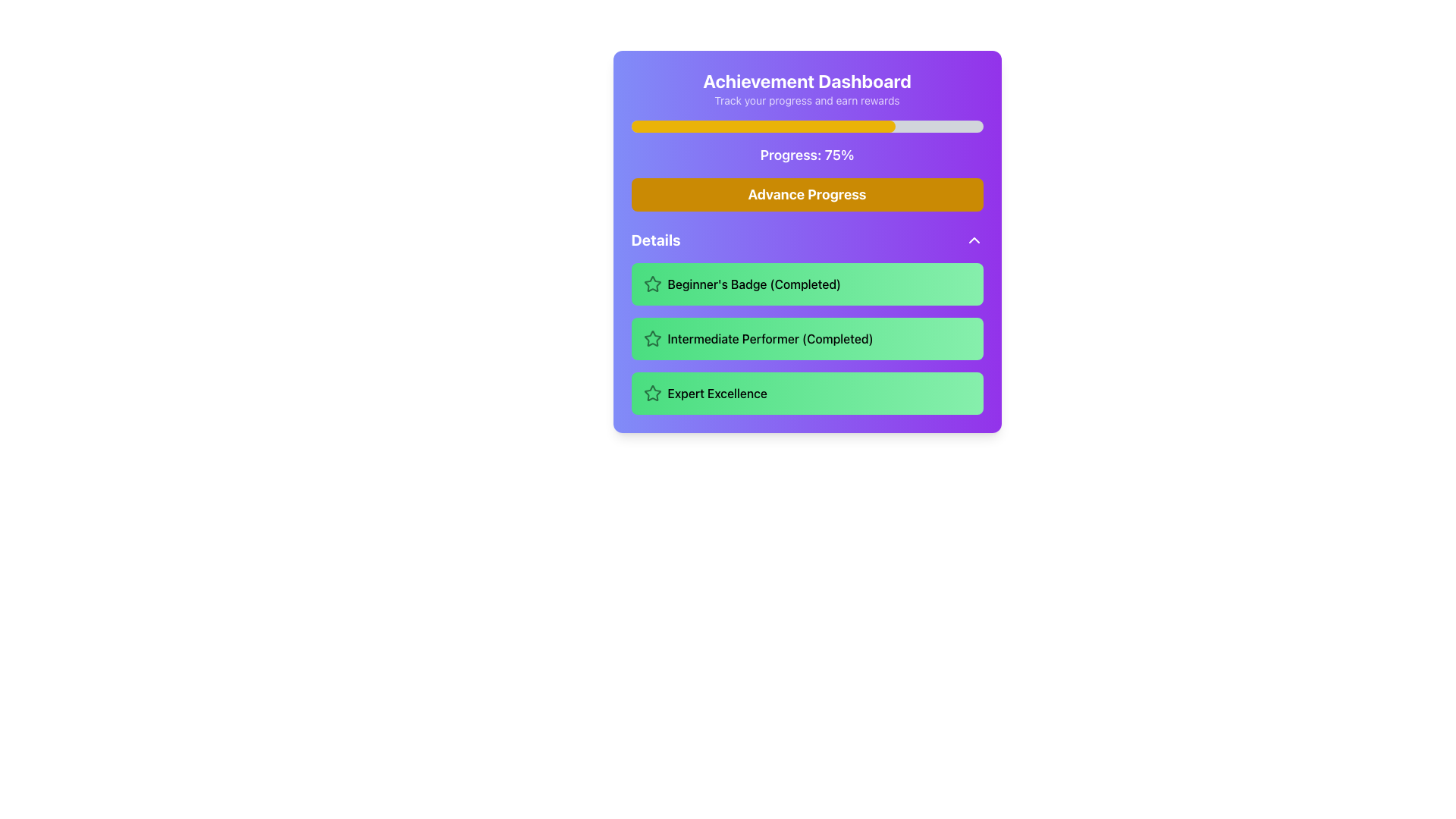  I want to click on text label that says 'Track your progress and earn rewards', located directly below the 'Achievement Dashboard' header, so click(806, 100).